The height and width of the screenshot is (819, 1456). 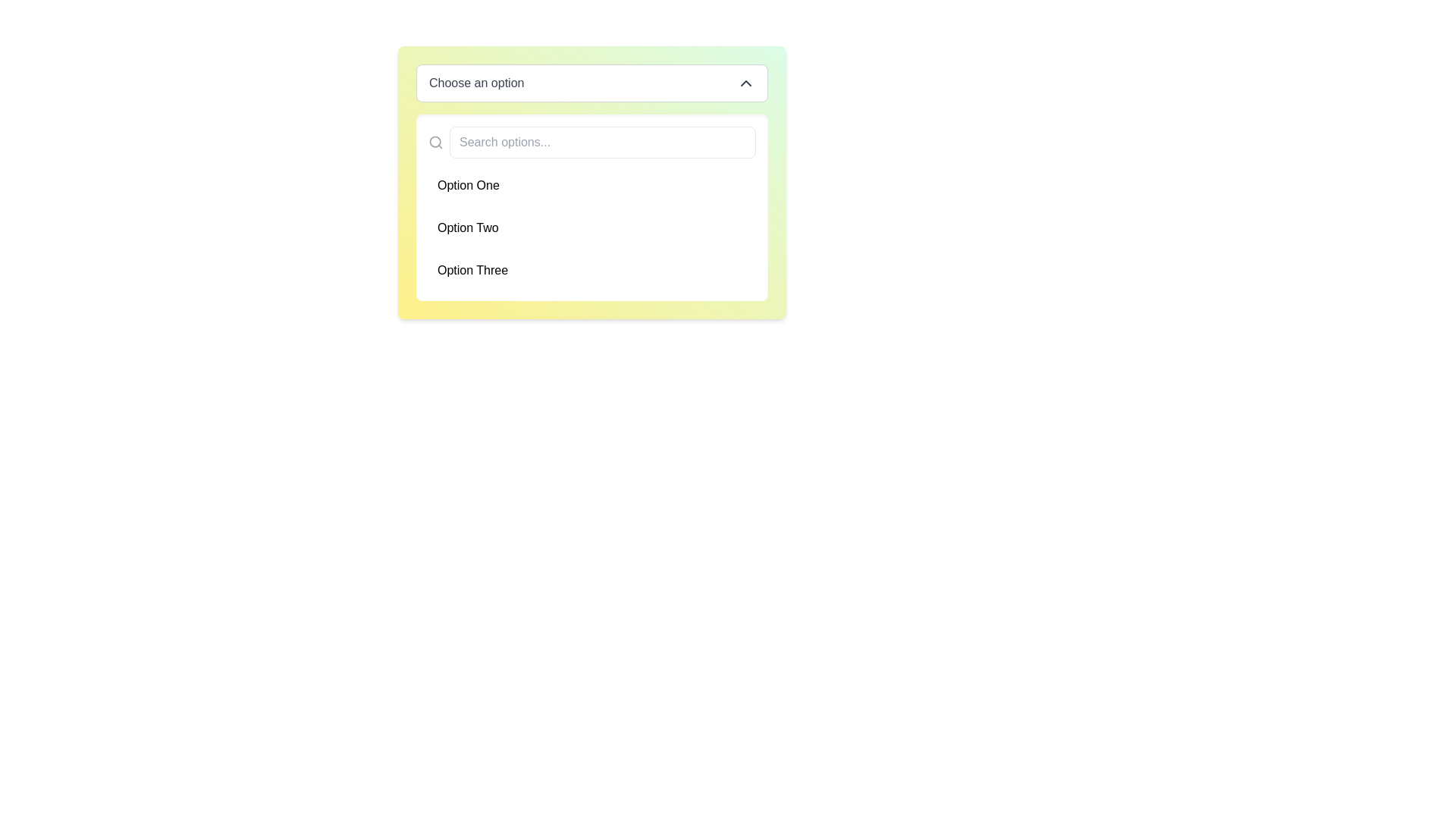 What do you see at coordinates (591, 207) in the screenshot?
I see `the options in the Dropdown Search Box, which is a white interactive box with rounded corners and an inner shadow, positioned below the 'Choose an option' button` at bounding box center [591, 207].